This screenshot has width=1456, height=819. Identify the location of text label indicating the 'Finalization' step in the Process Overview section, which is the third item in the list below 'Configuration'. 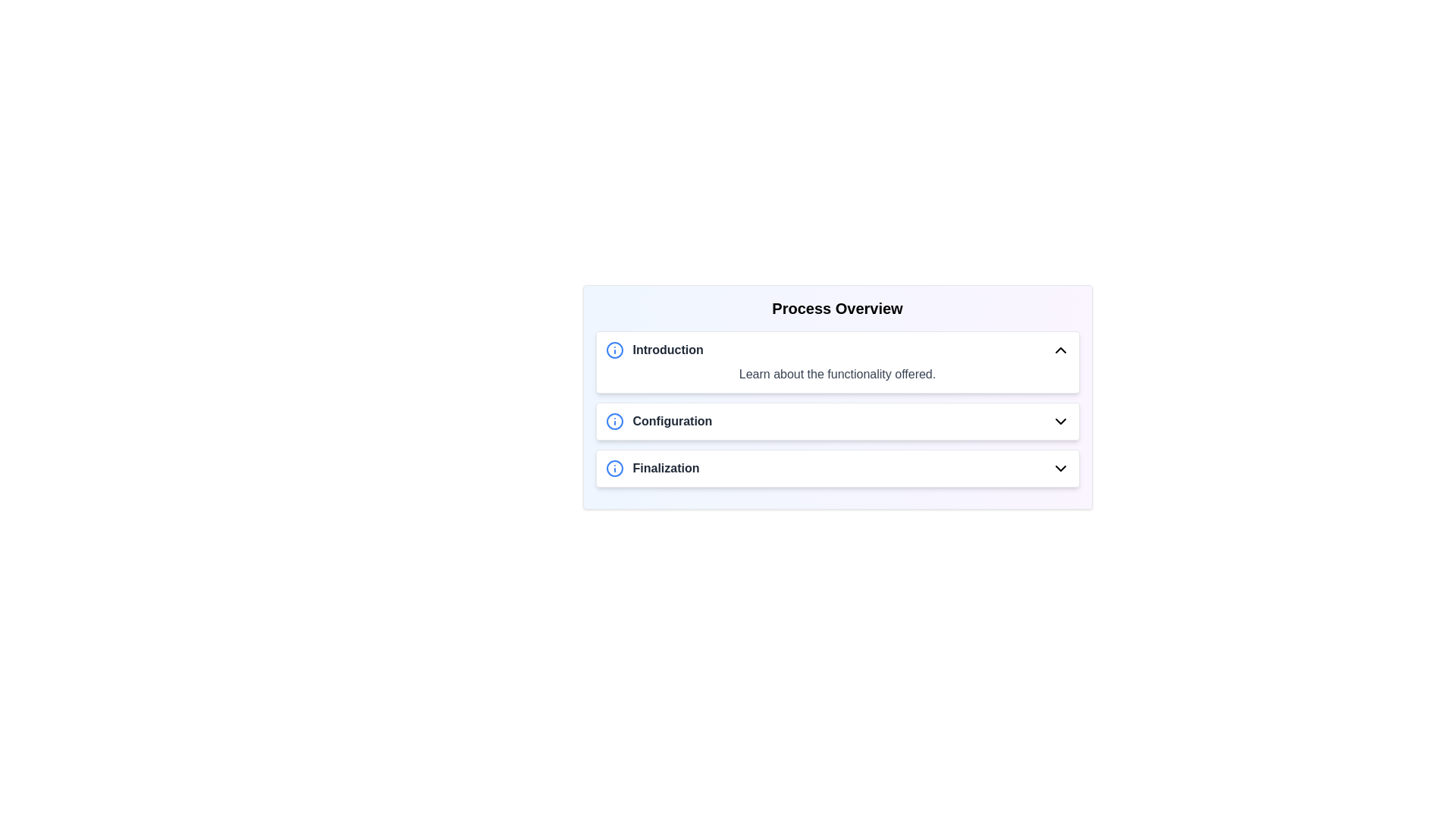
(666, 467).